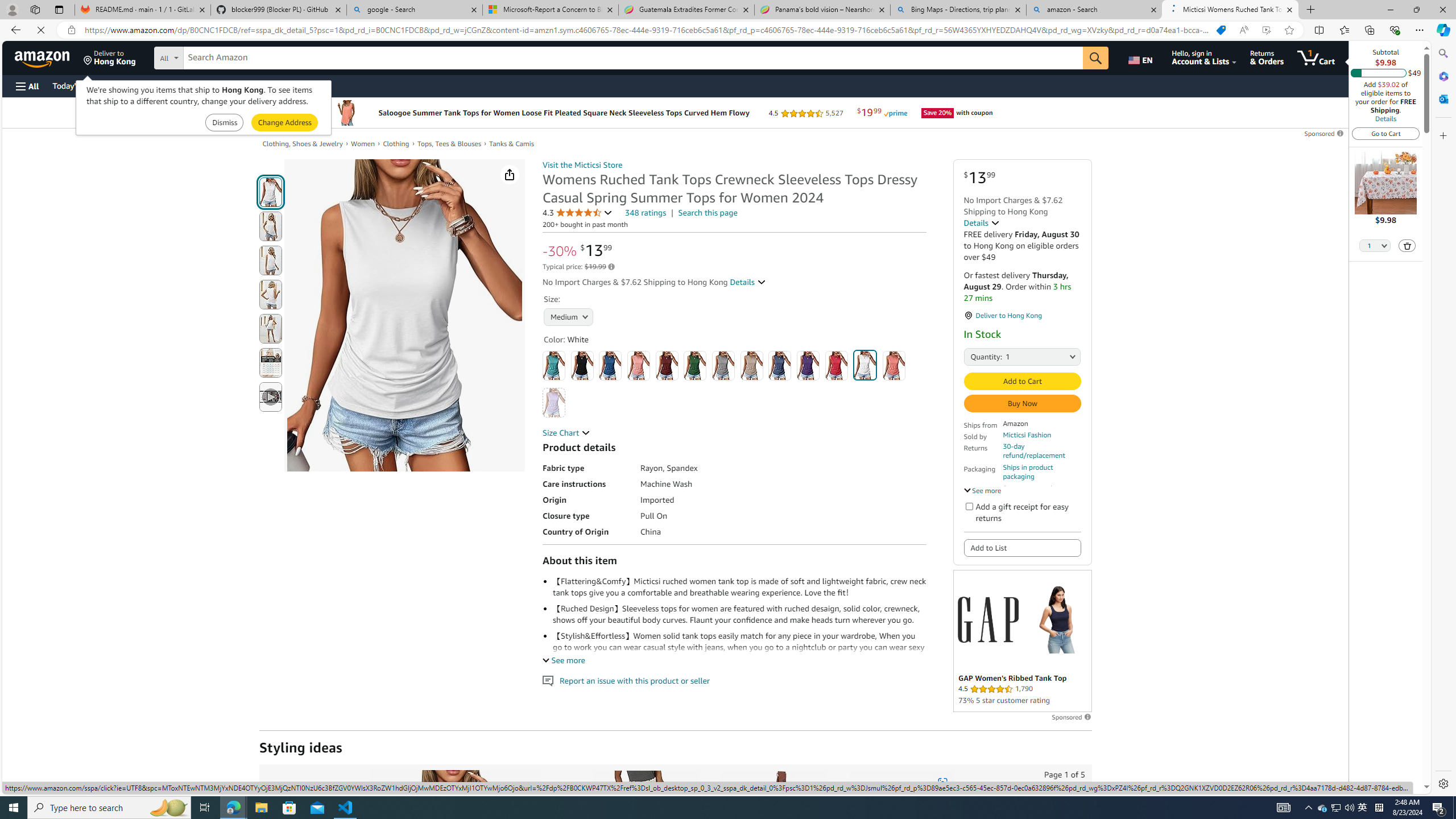 The width and height of the screenshot is (1456, 819). I want to click on 'Search Amazon', so click(632, 58).